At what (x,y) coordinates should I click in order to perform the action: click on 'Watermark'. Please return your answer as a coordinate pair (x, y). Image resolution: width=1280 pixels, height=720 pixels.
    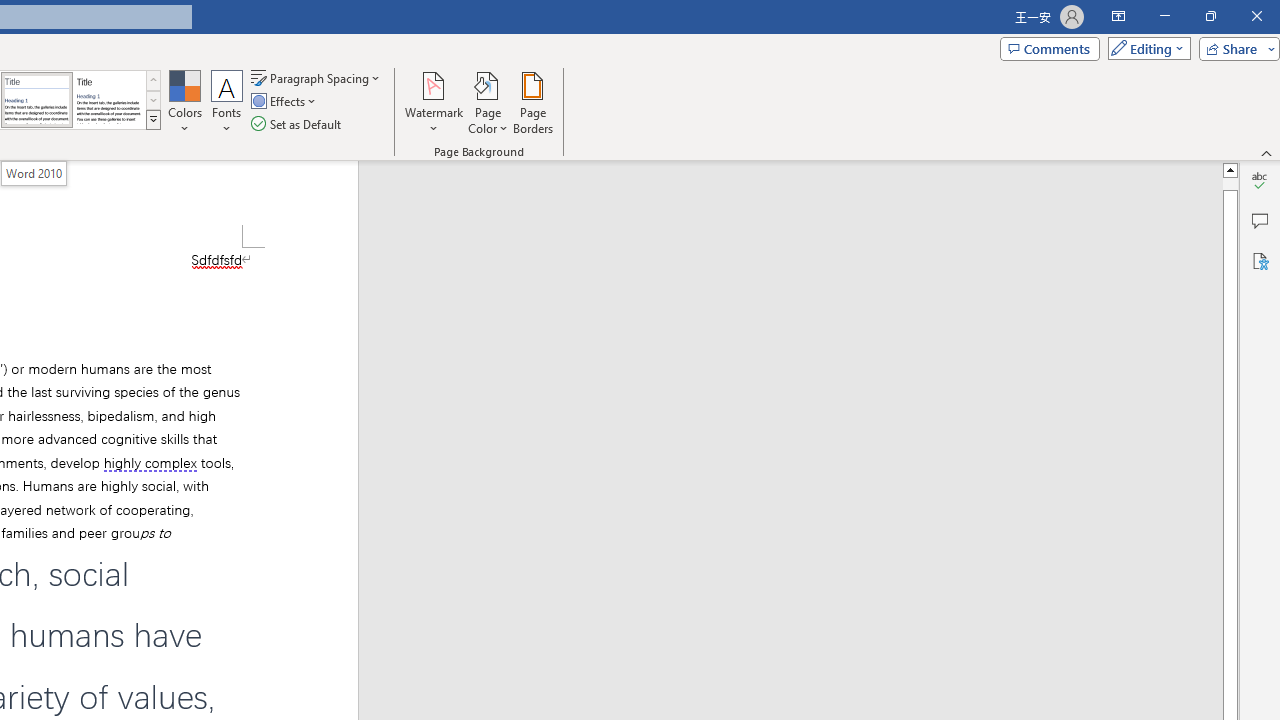
    Looking at the image, I should click on (433, 103).